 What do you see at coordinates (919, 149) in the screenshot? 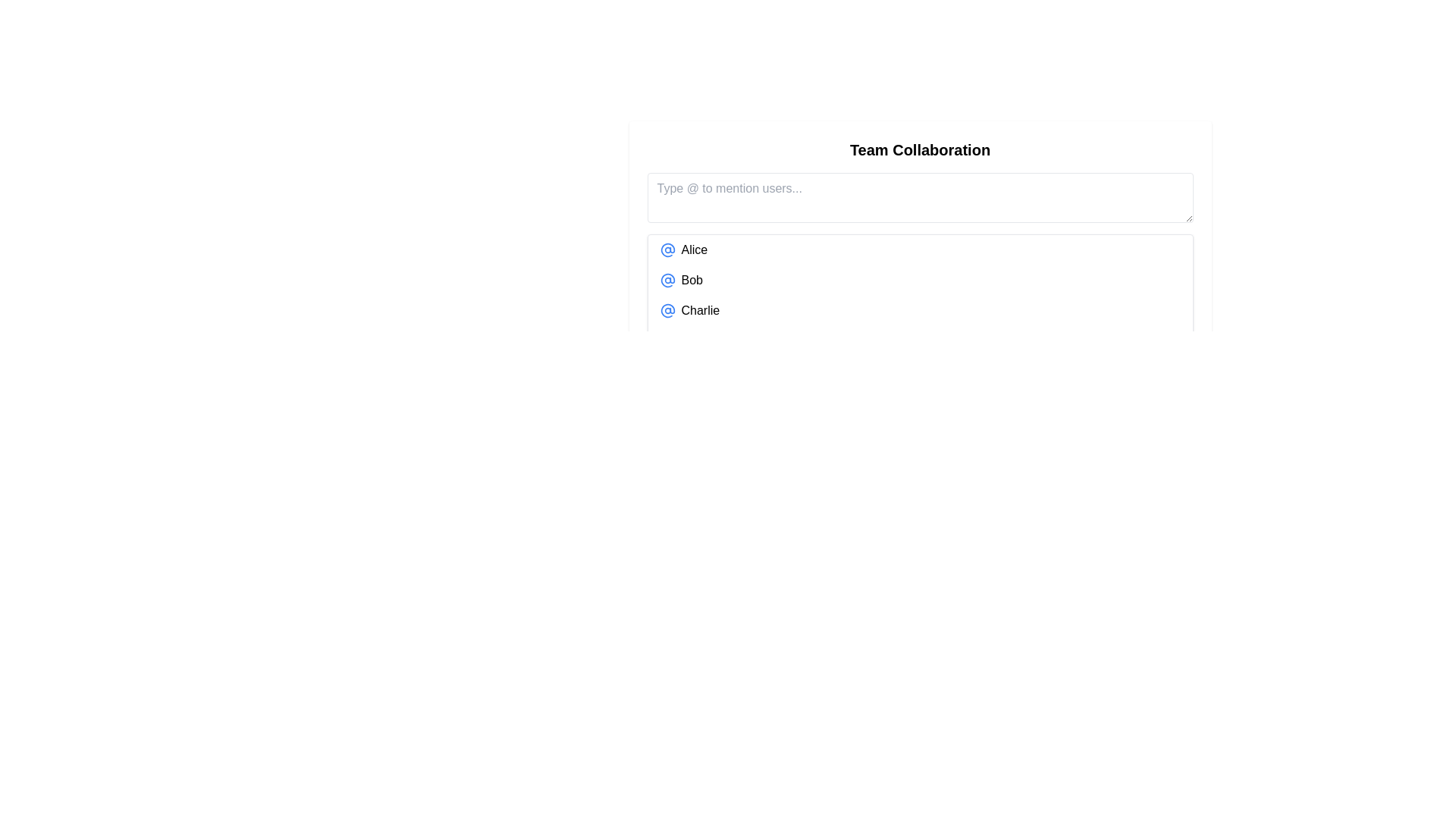
I see `the Text Label that serves as a title or heading at the top of the section containing an input field and a list of users` at bounding box center [919, 149].